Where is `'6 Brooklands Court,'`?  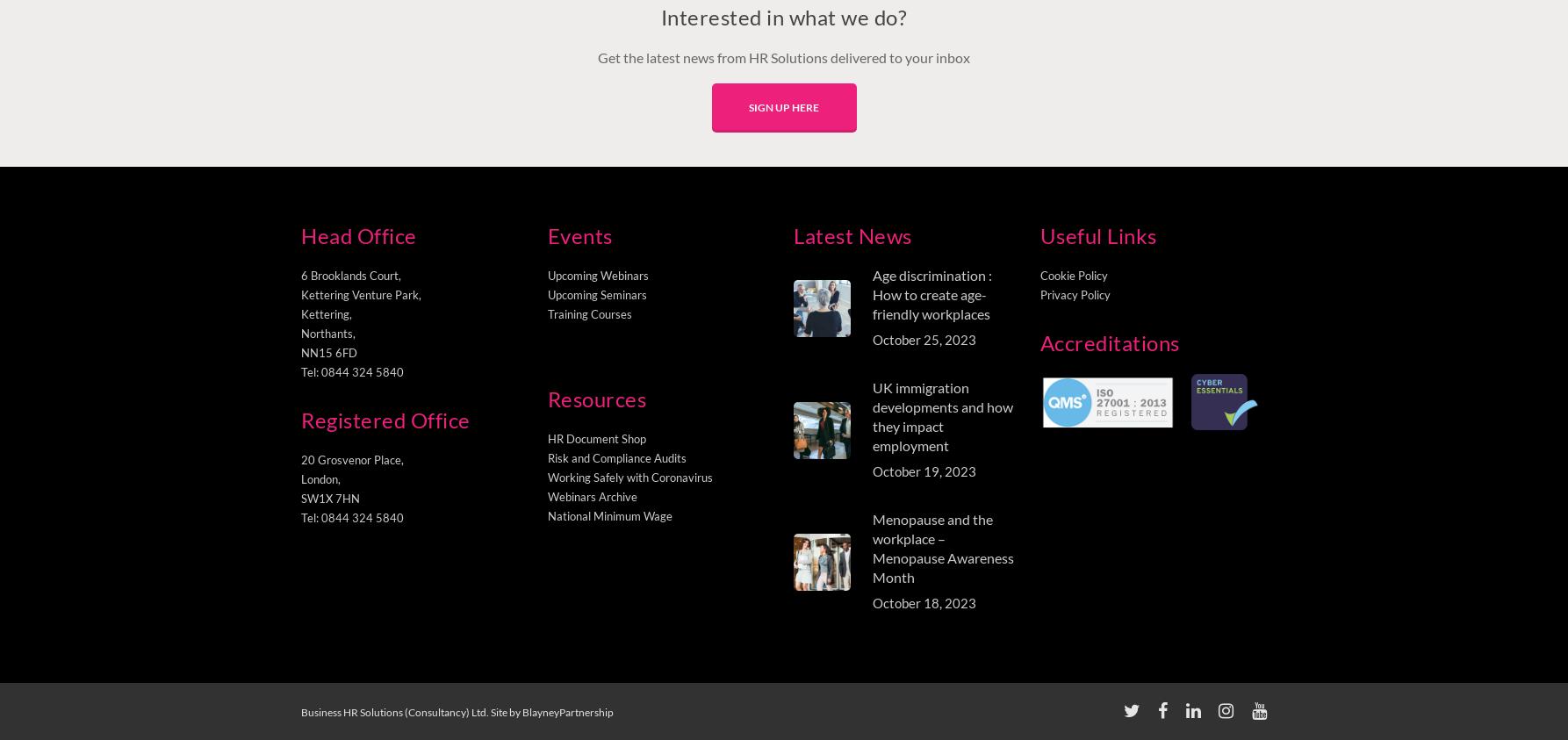
'6 Brooklands Court,' is located at coordinates (300, 275).